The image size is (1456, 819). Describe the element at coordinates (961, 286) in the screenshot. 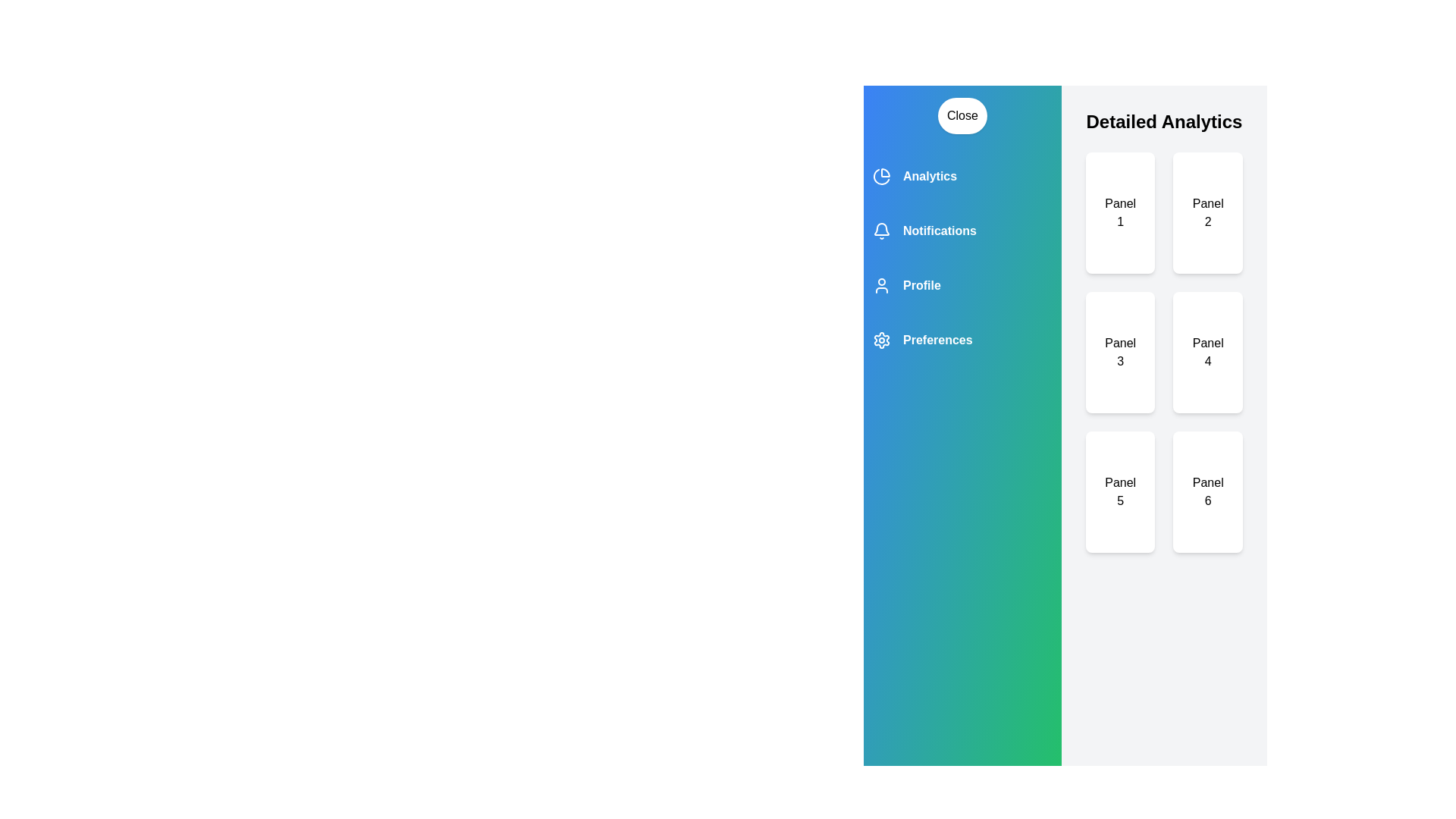

I see `the category Profile to observe its visual feedback` at that location.